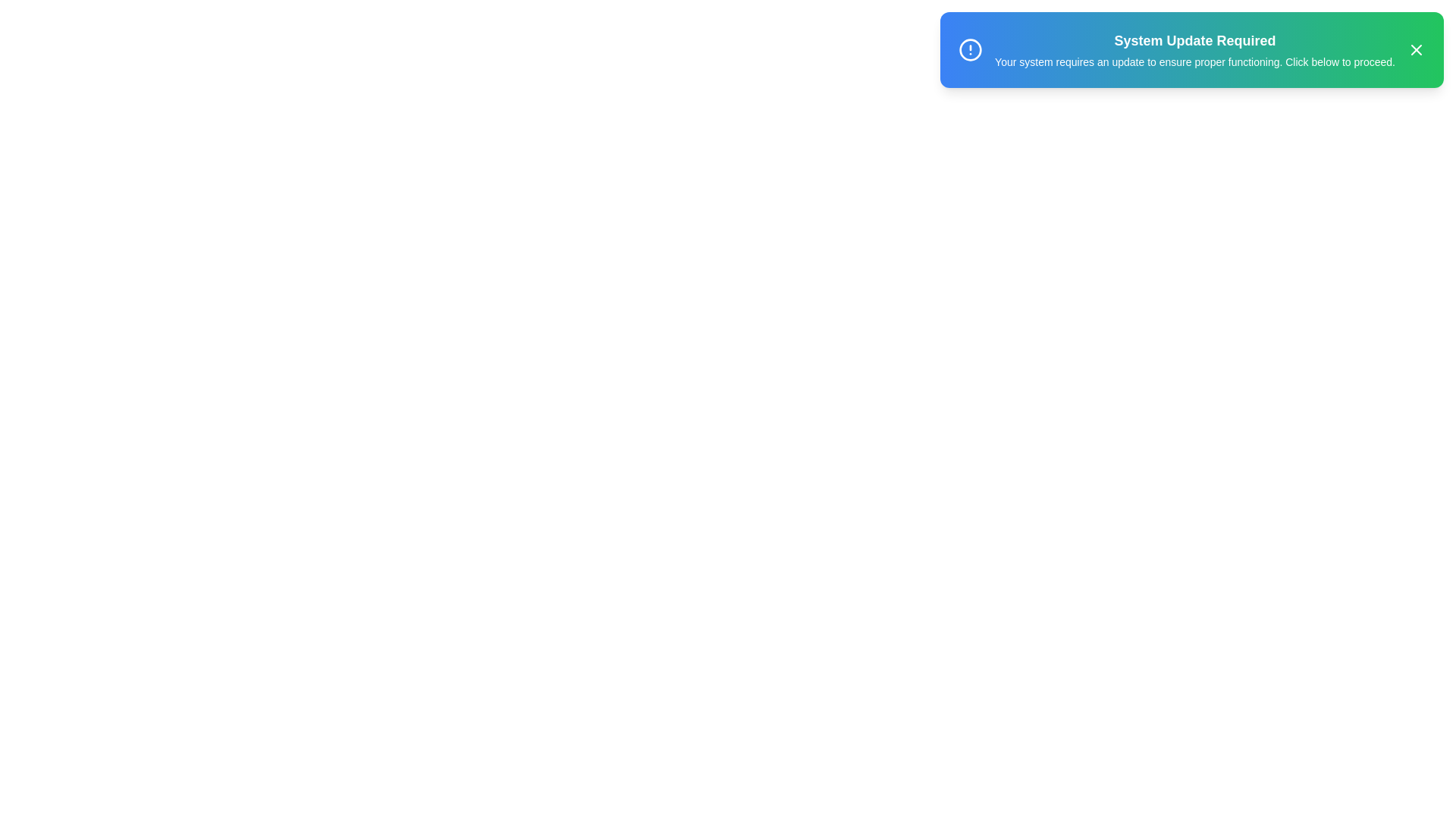  I want to click on the close button of the snackbar to close it, so click(1415, 49).